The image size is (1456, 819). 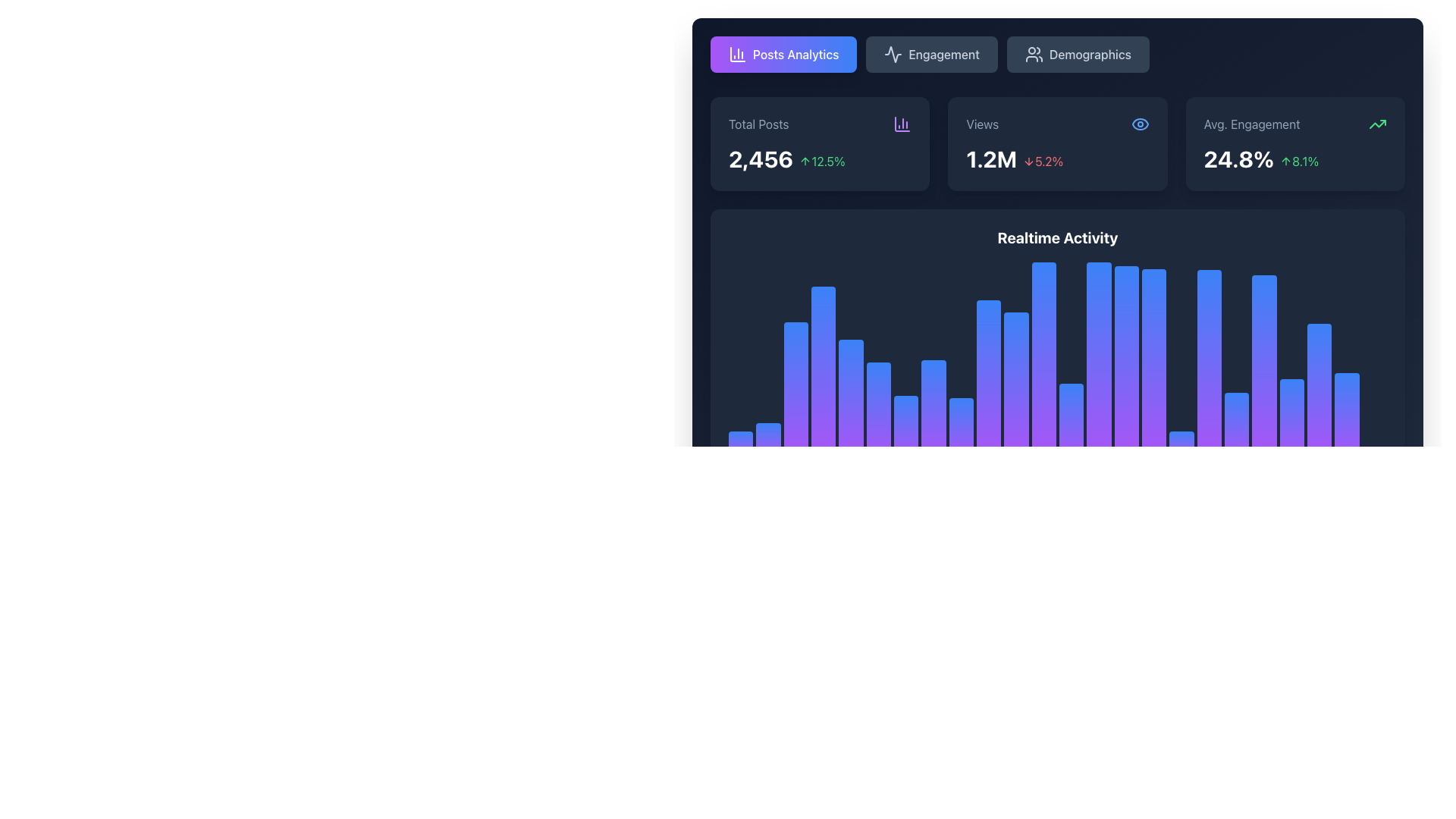 I want to click on the leftmost button in the horizontal row of buttons, so click(x=783, y=54).